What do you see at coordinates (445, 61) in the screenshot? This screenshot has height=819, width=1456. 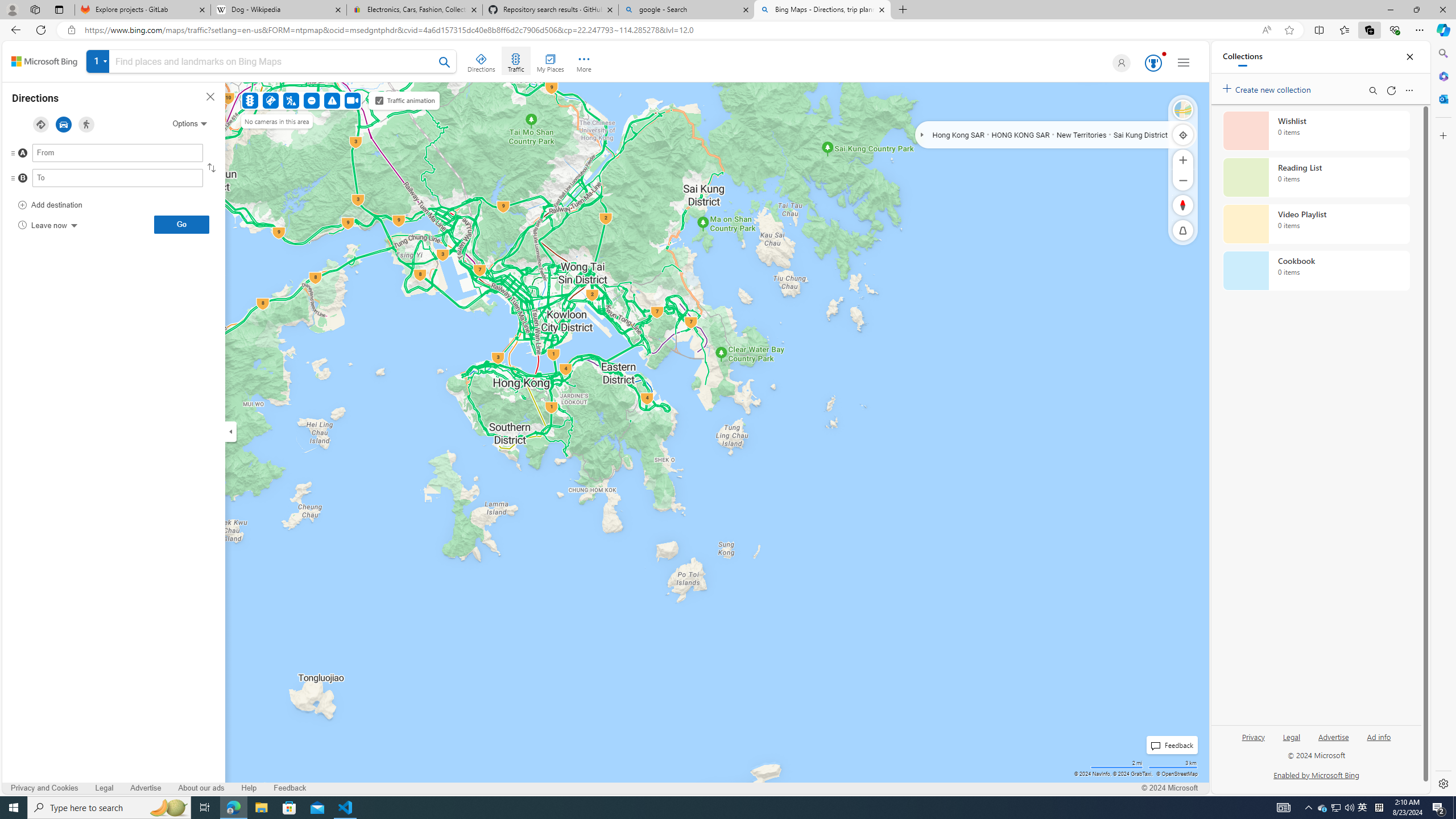 I see `'Search Bing Maps'` at bounding box center [445, 61].